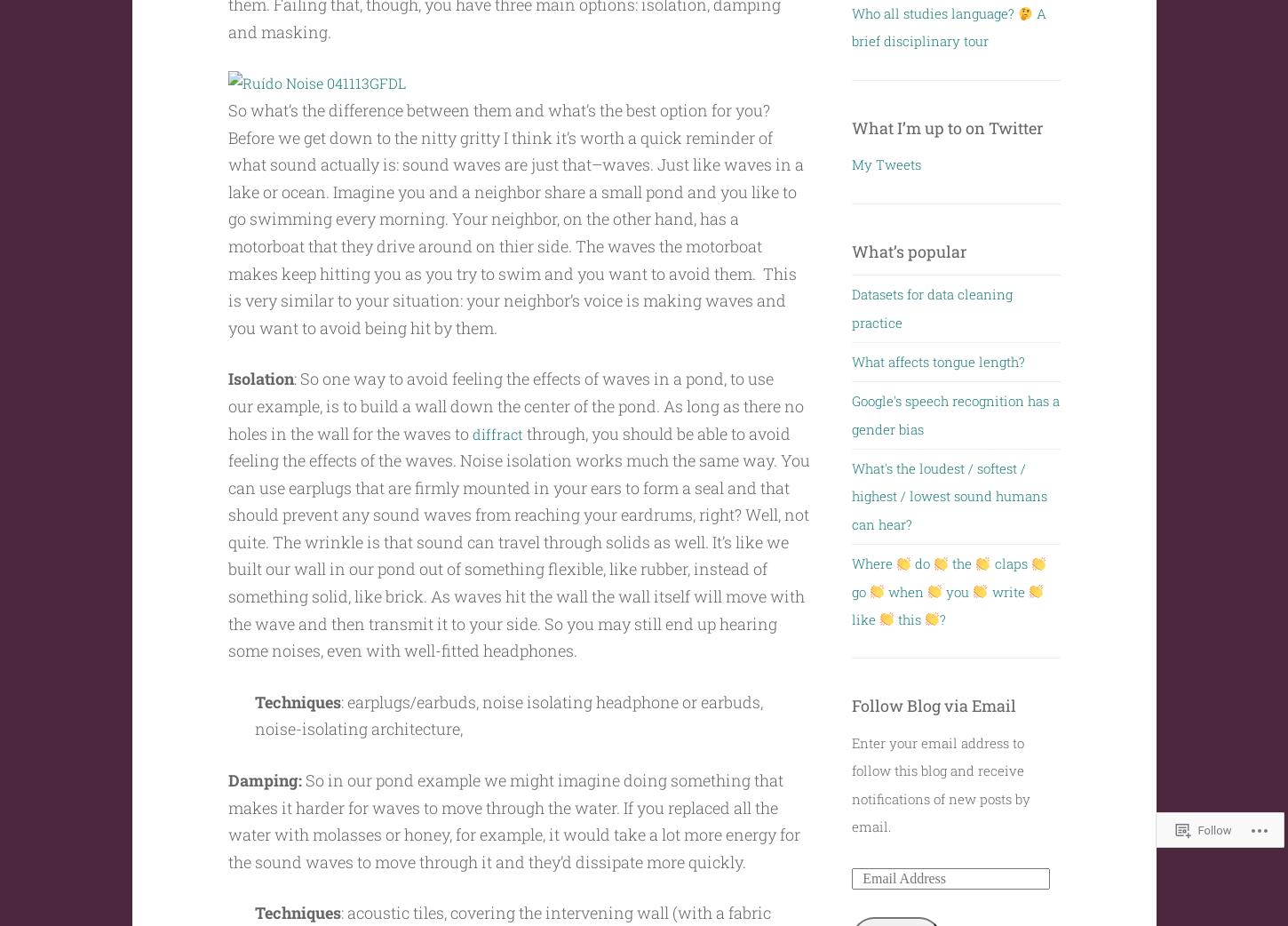  What do you see at coordinates (513, 819) in the screenshot?
I see `'So in our pond example we might imagine doing something that makes it harder for waves to move through the water. If you replaced all the water with molasses or honey, for example, it would take a lot more energy for the sound waves to move through it and they’d dissipate more quickly.'` at bounding box center [513, 819].